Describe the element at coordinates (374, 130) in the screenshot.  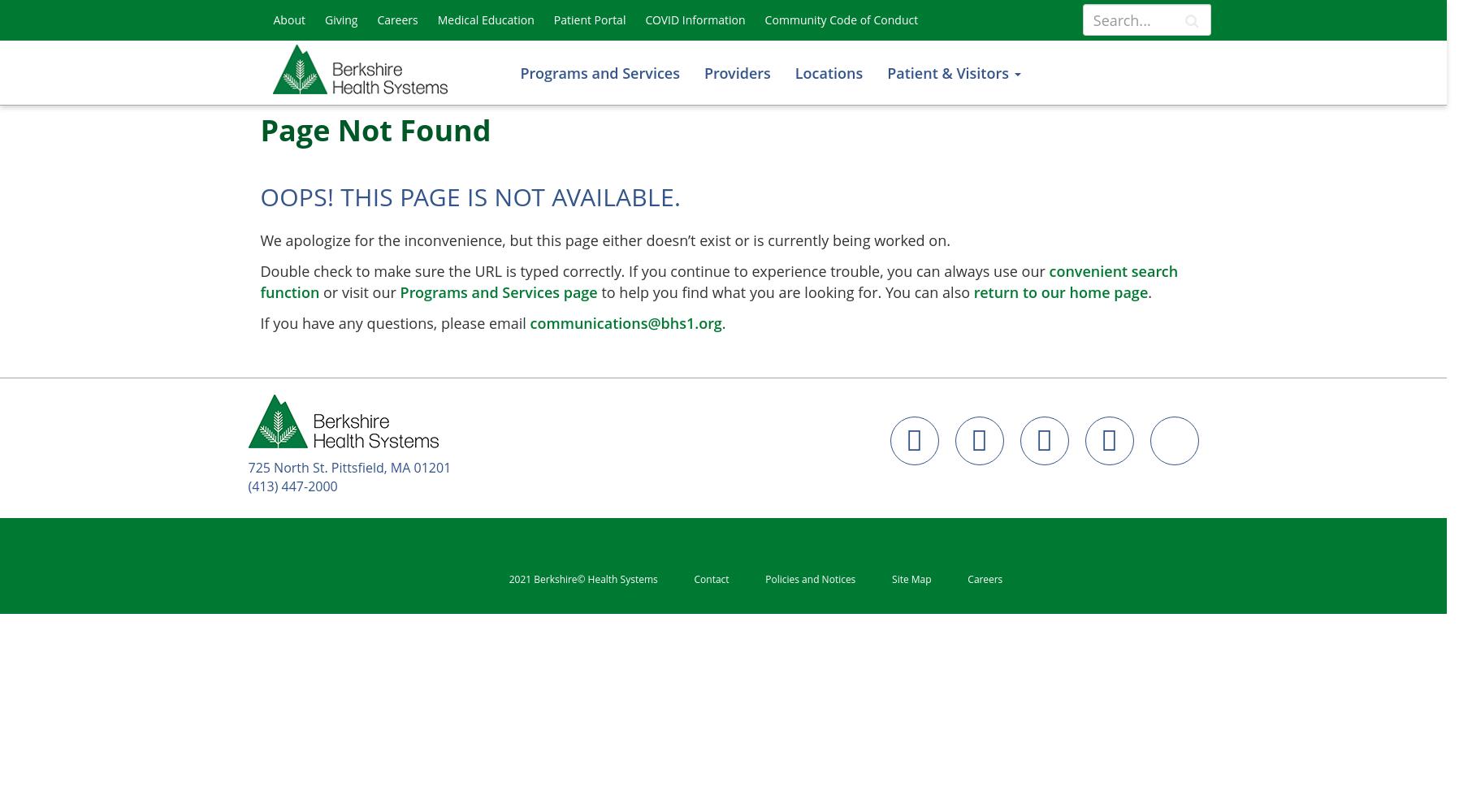
I see `'Page Not Found'` at that location.